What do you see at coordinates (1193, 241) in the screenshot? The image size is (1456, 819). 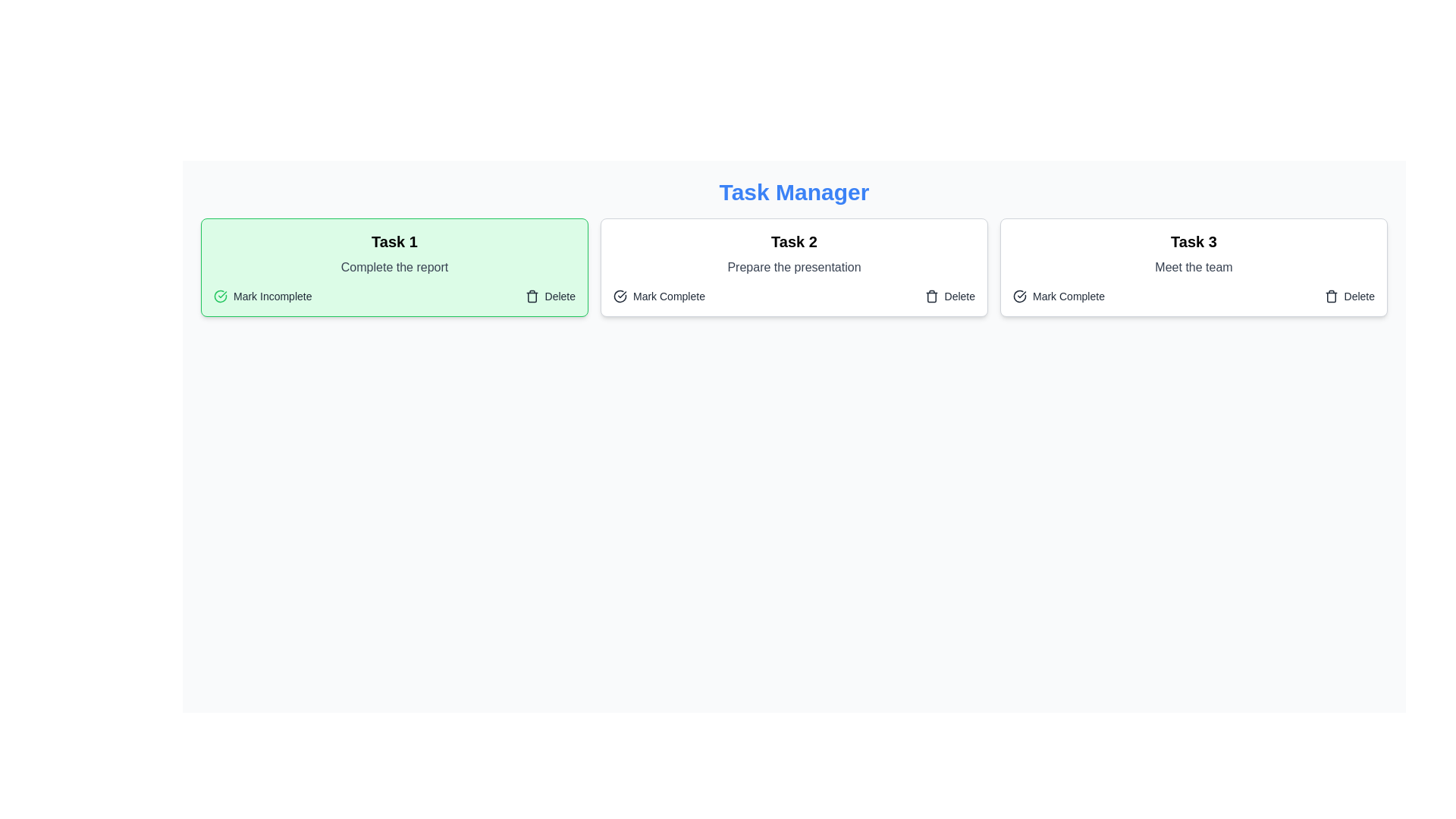 I see `the 'Task 3' text label, which is prominently displayed in bold and large font within the third task card, positioned above the text 'Meet the team'` at bounding box center [1193, 241].